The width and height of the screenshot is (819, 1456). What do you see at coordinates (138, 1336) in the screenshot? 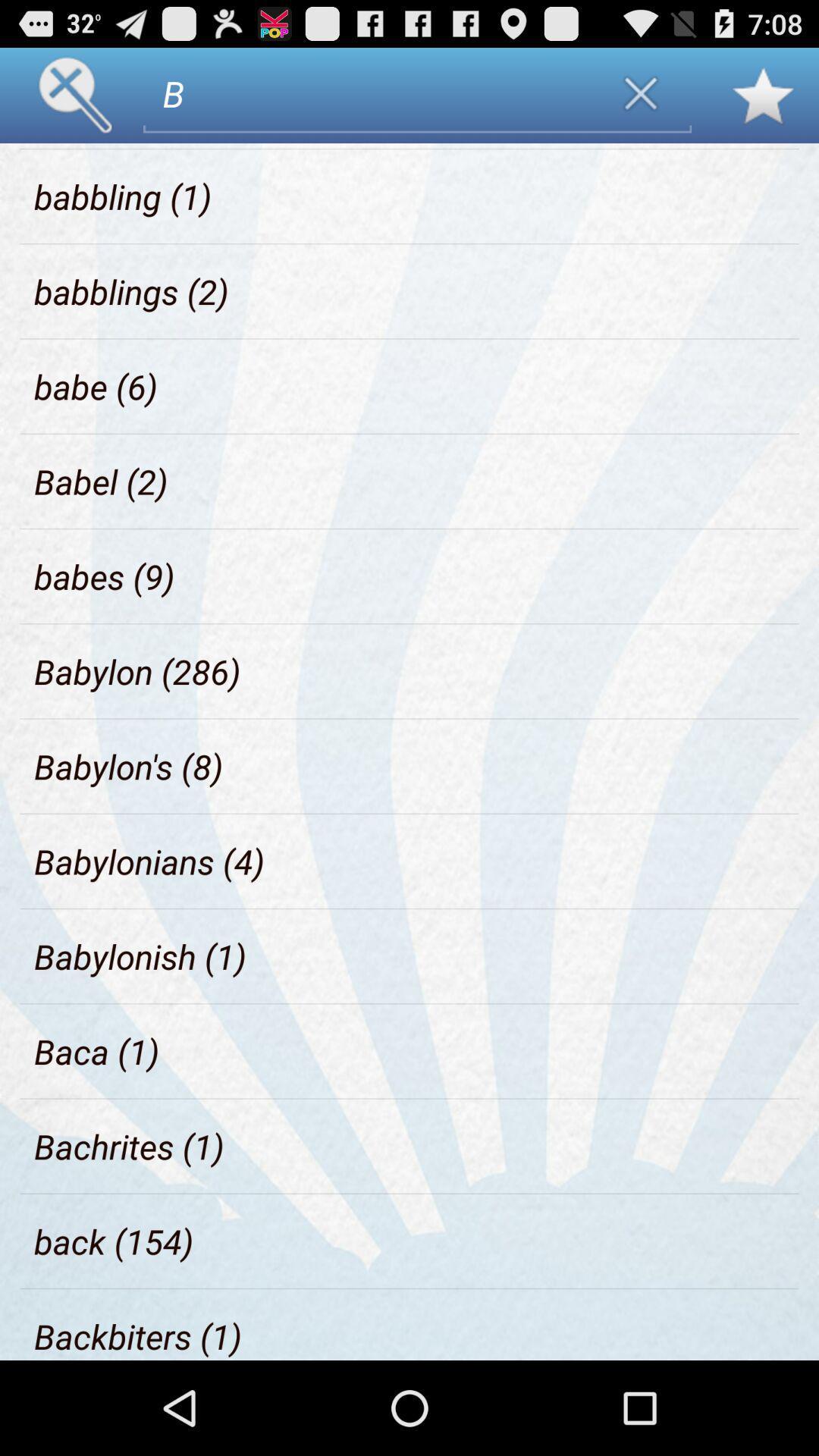
I see `icon below back (154) app` at bounding box center [138, 1336].